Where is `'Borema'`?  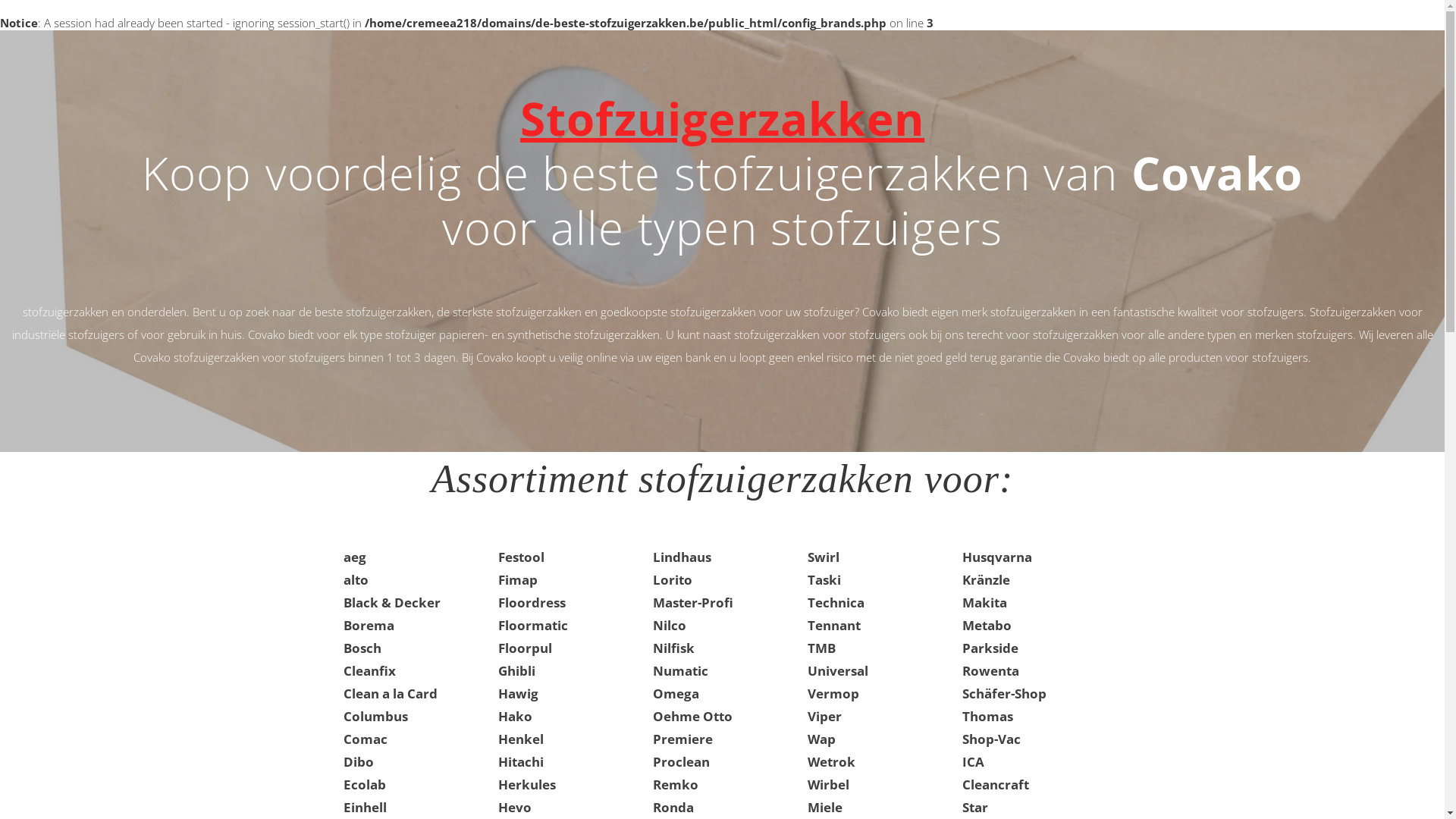 'Borema' is located at coordinates (368, 625).